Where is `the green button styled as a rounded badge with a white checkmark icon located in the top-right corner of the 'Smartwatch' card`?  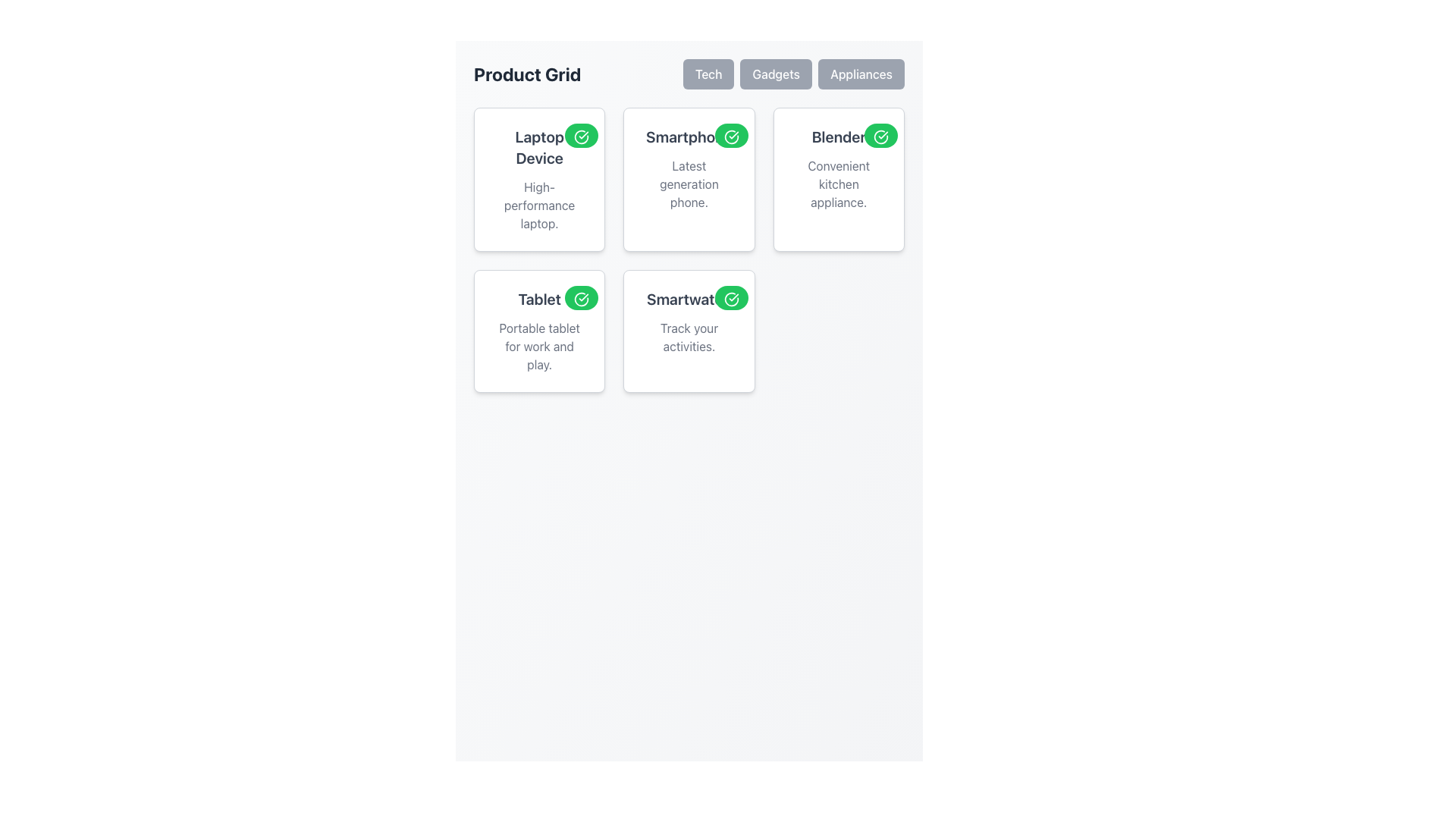 the green button styled as a rounded badge with a white checkmark icon located in the top-right corner of the 'Smartwatch' card is located at coordinates (731, 298).